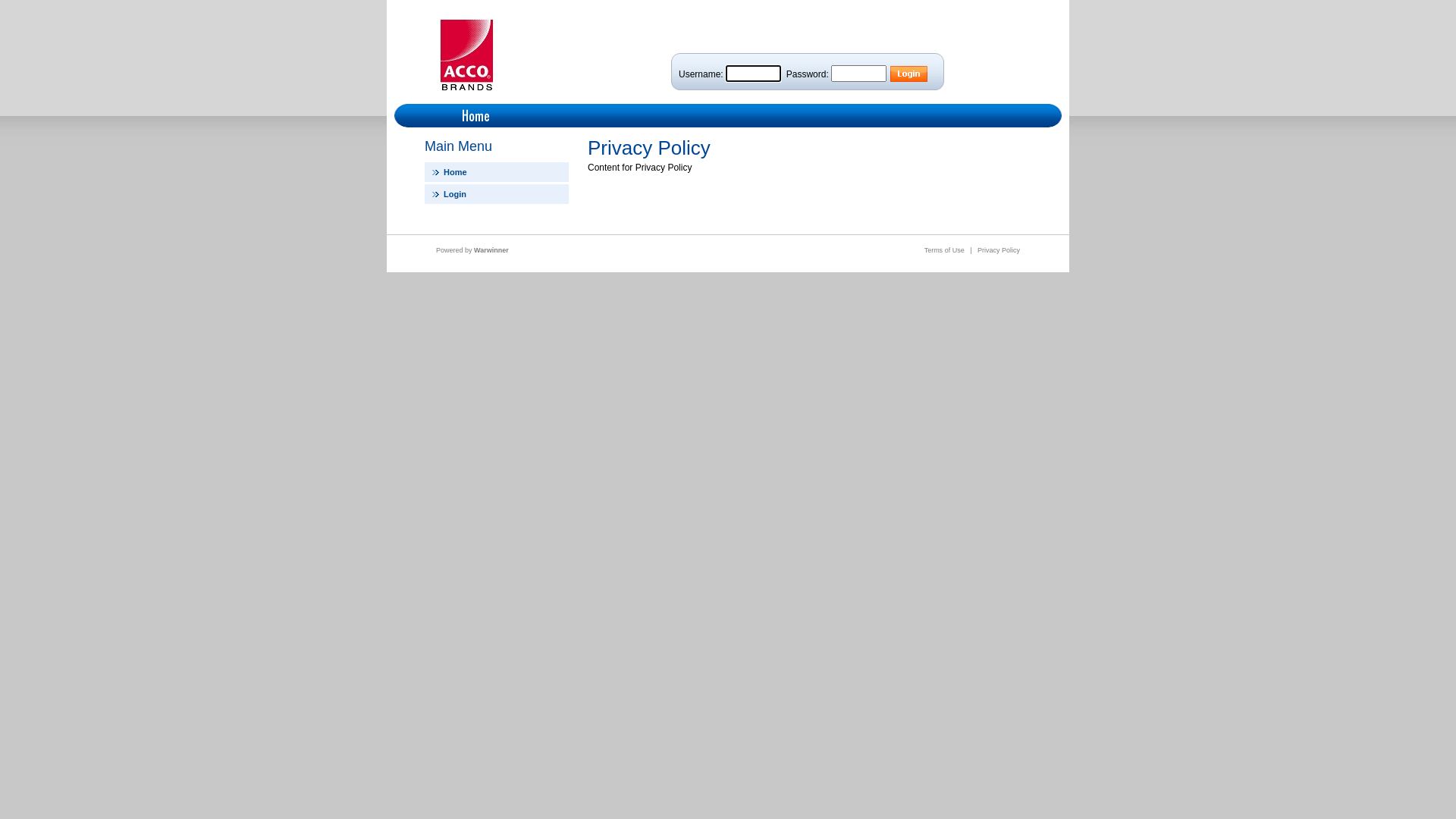 The image size is (1456, 819). Describe the element at coordinates (998, 249) in the screenshot. I see `'Privacy Policy'` at that location.